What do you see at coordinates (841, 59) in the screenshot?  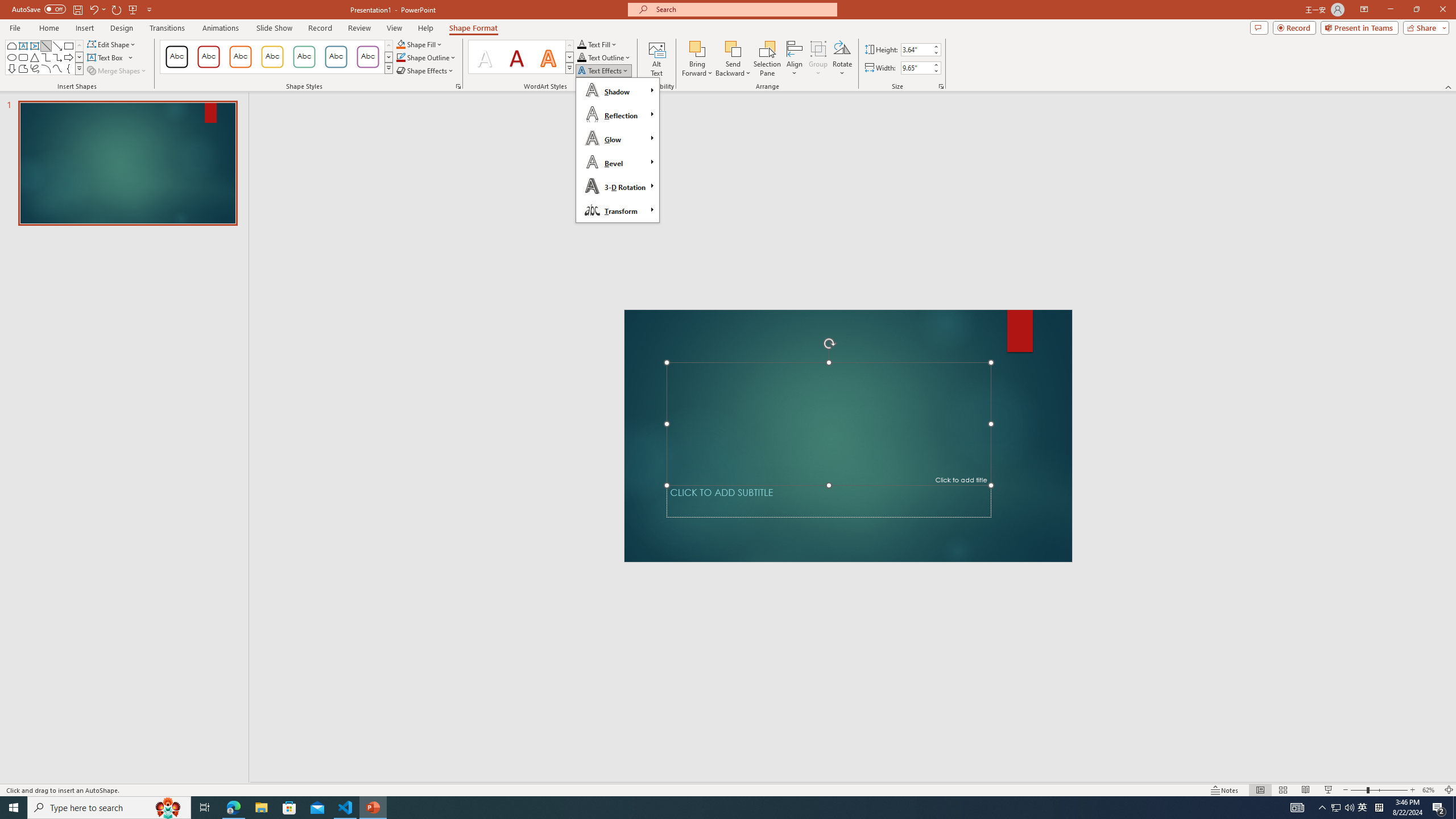 I see `'Rotate'` at bounding box center [841, 59].